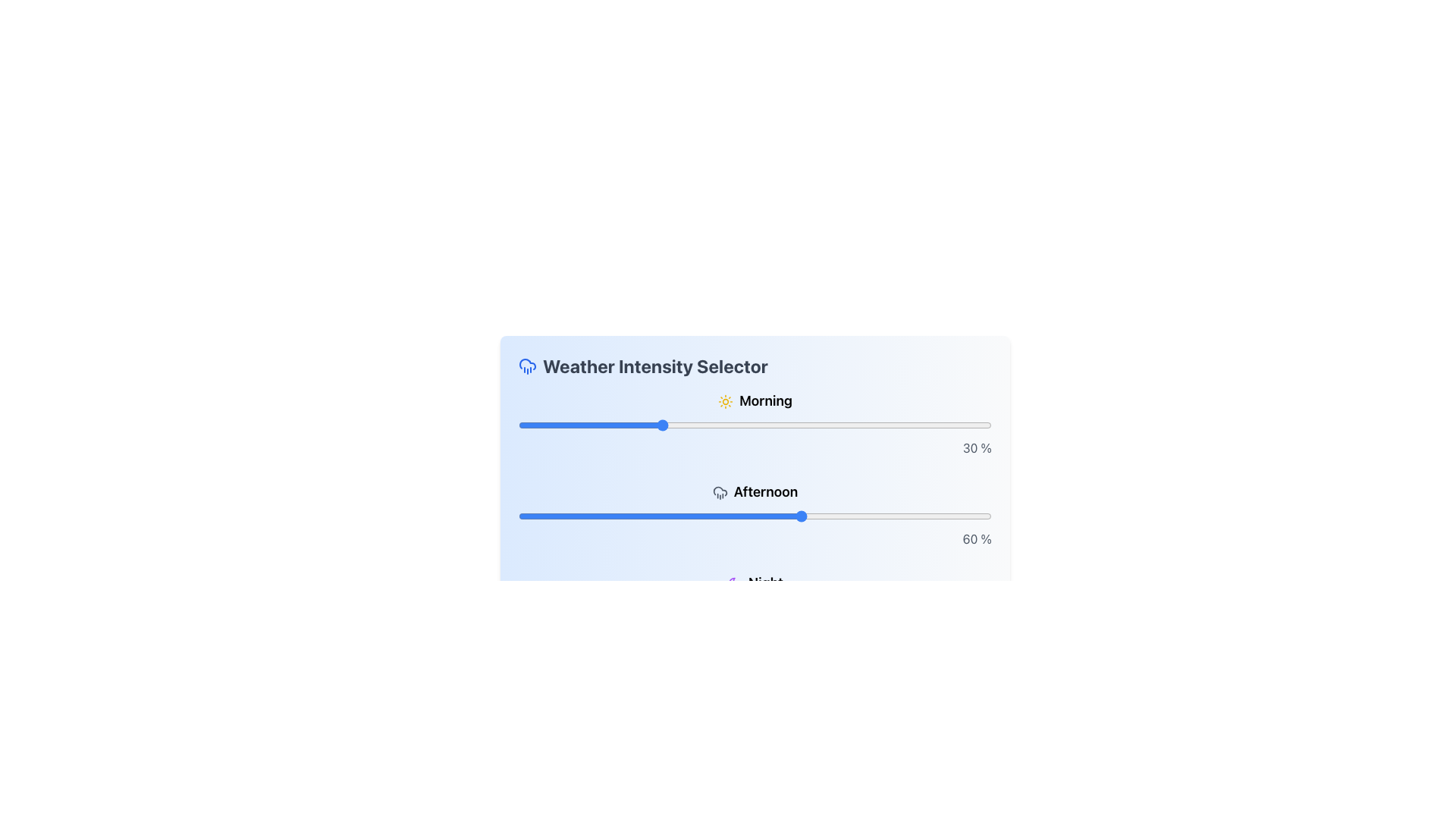 The width and height of the screenshot is (1456, 819). What do you see at coordinates (719, 493) in the screenshot?
I see `the rainy weather graphic/icon positioned to the left of the 'Afternoon' label` at bounding box center [719, 493].